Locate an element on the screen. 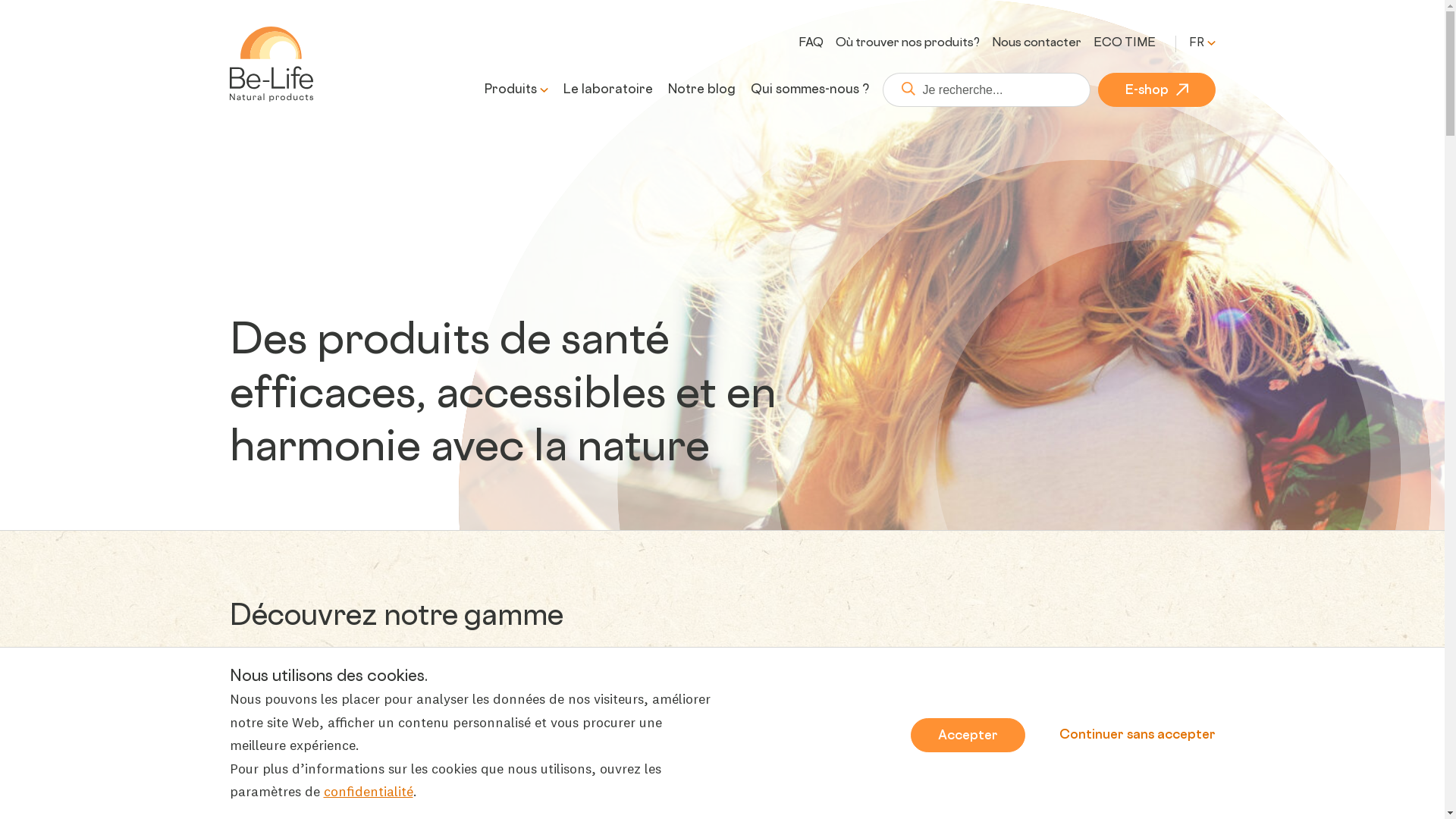 The width and height of the screenshot is (1456, 819). 'FAQ' is located at coordinates (809, 42).